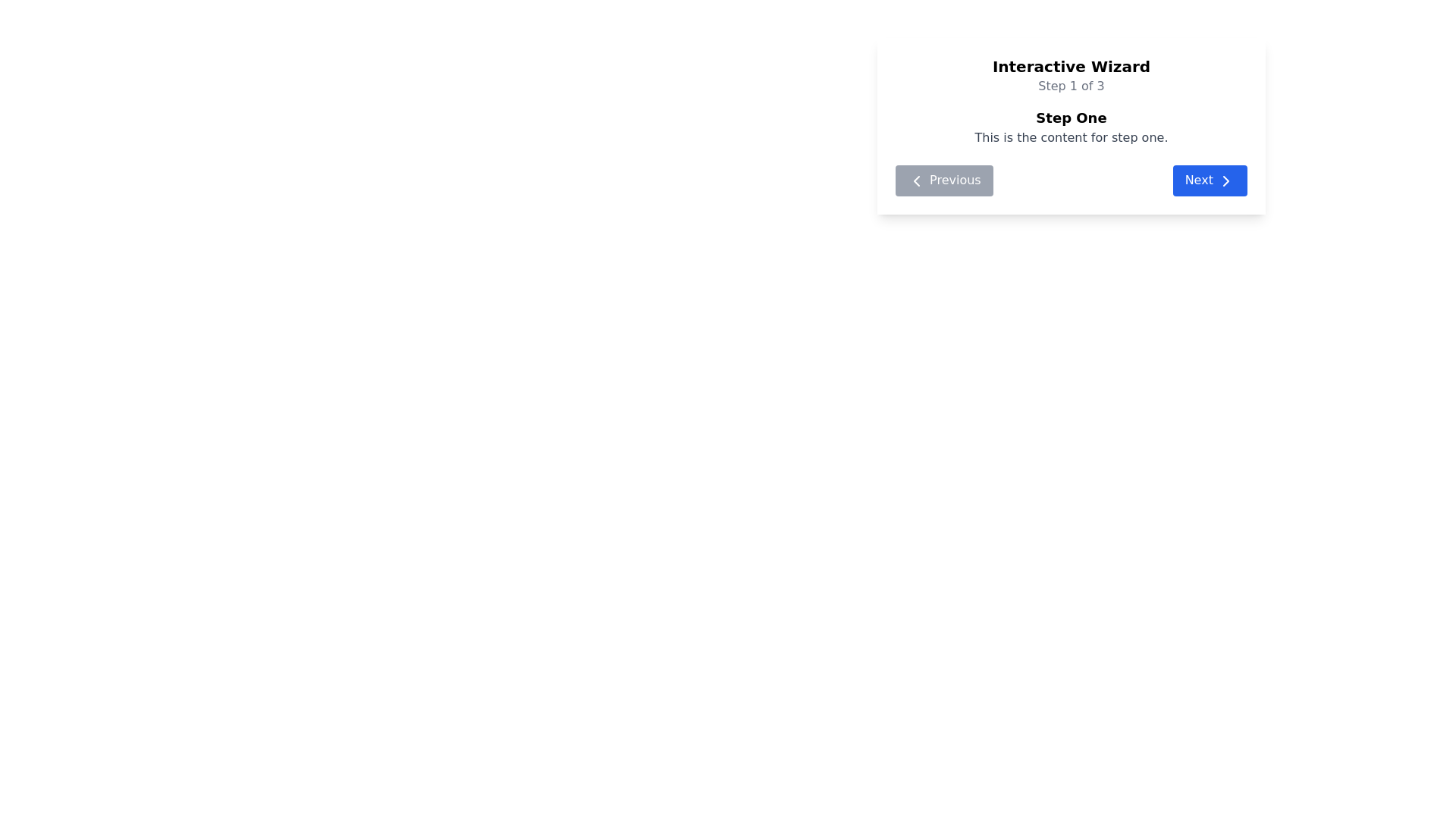  I want to click on the text element displaying 'Interactive Wizard', which is bold and prominently positioned at the top center of the content area, so click(1070, 66).